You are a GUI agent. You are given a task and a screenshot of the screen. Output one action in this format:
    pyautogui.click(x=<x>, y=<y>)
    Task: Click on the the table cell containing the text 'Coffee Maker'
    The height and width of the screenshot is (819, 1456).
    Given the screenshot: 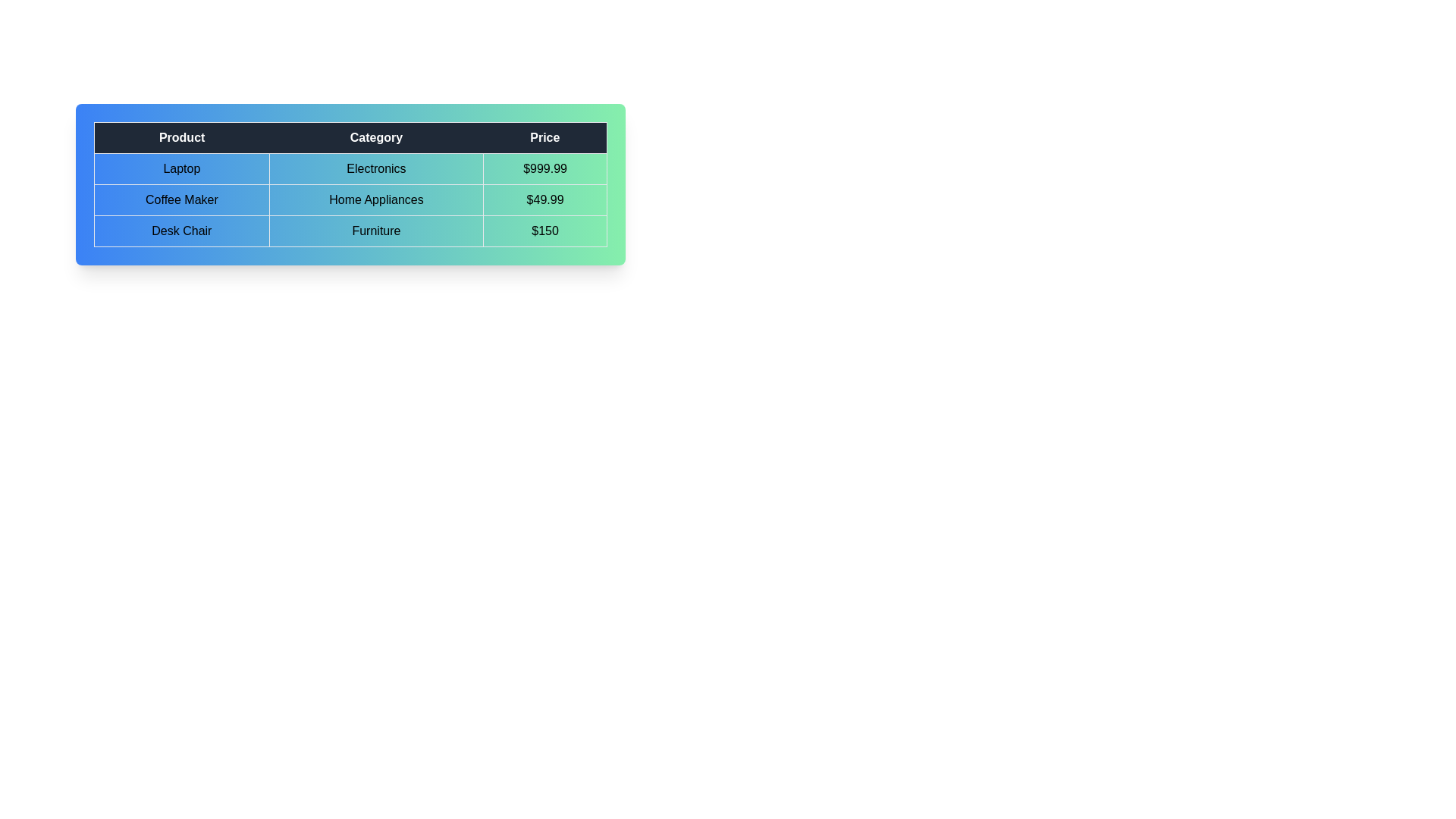 What is the action you would take?
    pyautogui.click(x=181, y=199)
    